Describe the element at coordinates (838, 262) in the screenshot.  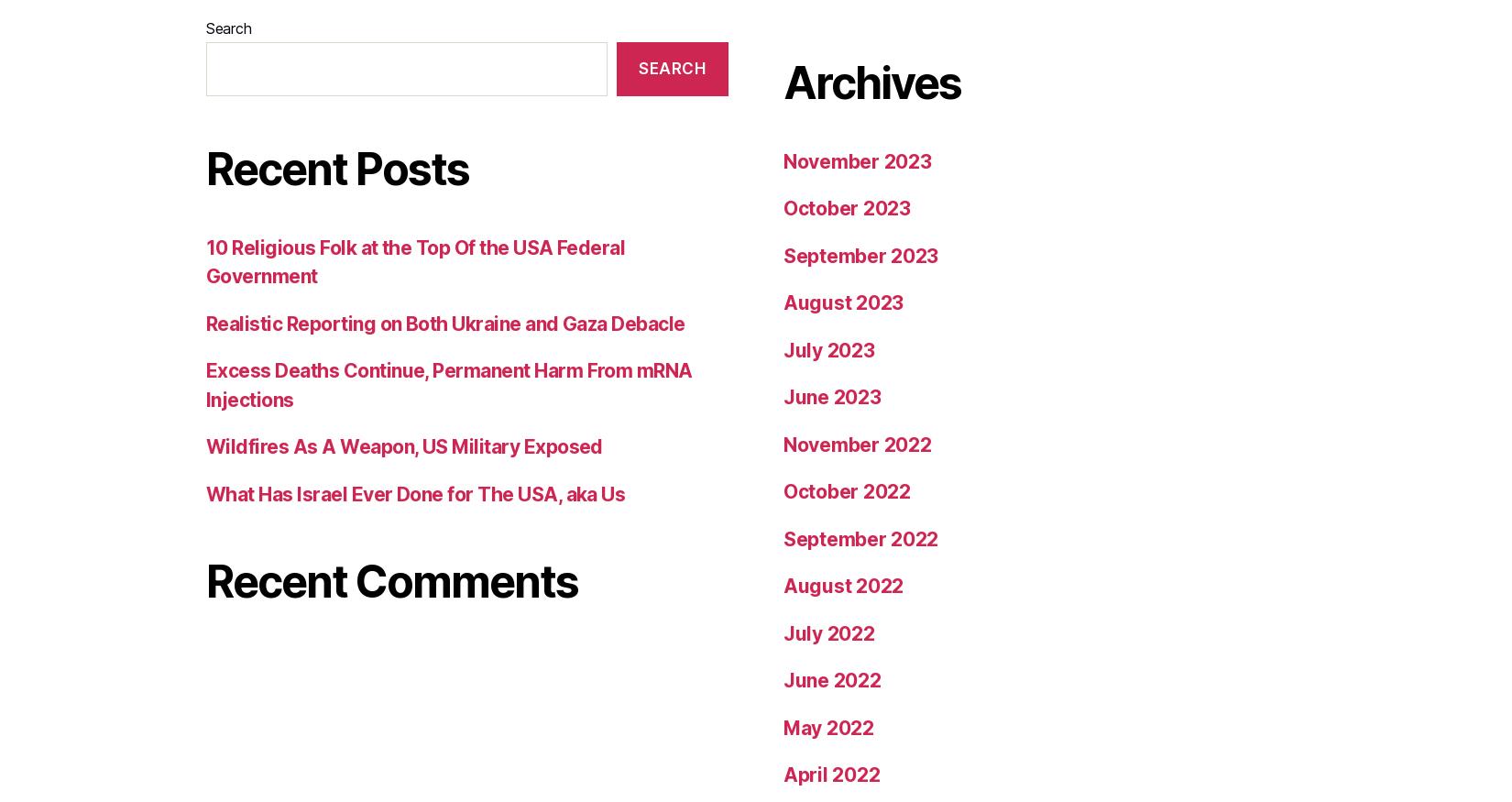
I see `'March 2022'` at that location.